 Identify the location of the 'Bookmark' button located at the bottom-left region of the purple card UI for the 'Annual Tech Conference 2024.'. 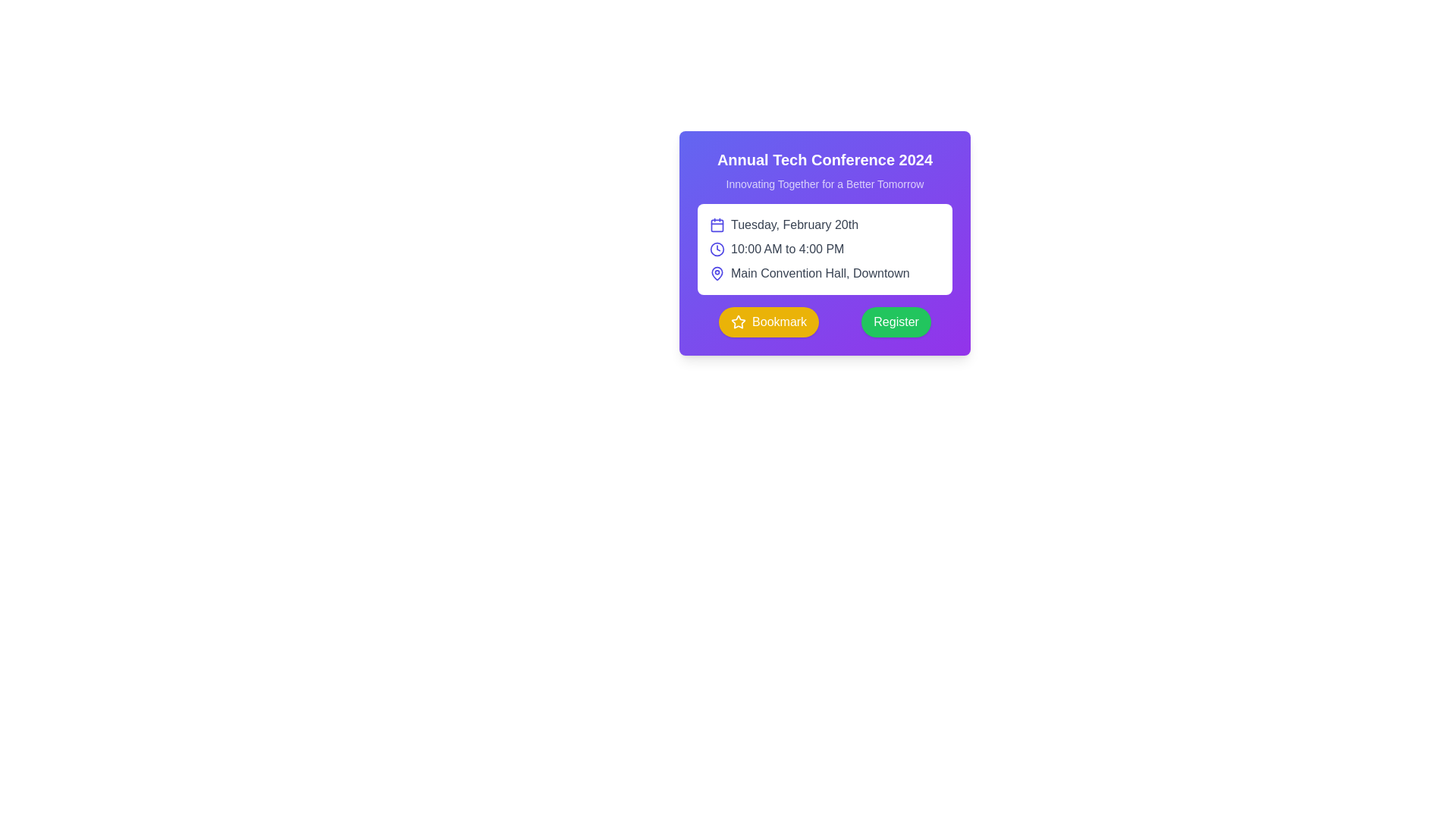
(779, 321).